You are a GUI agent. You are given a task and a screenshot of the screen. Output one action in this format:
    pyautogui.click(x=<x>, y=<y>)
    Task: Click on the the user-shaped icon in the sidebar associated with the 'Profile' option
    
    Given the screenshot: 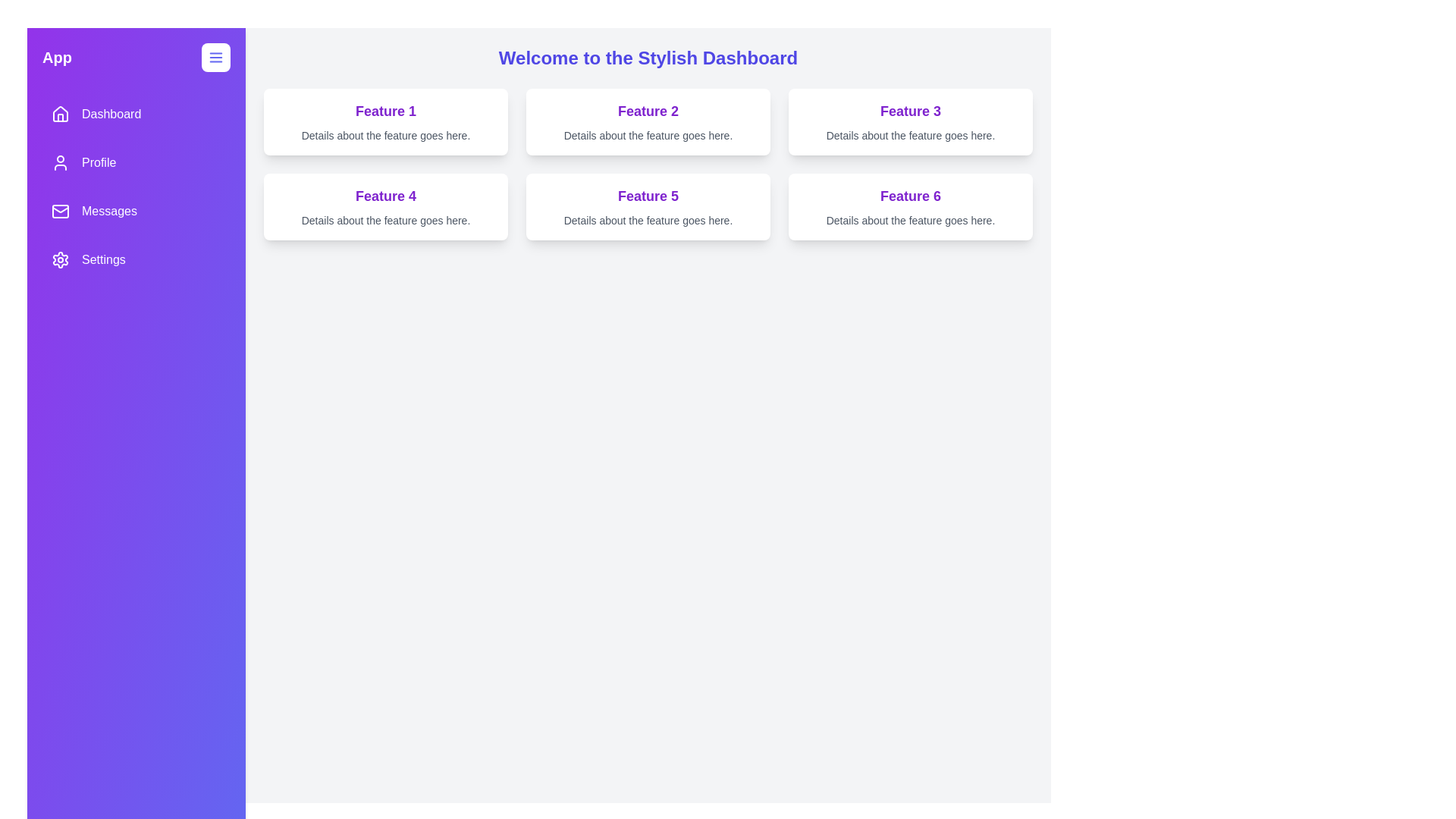 What is the action you would take?
    pyautogui.click(x=61, y=163)
    